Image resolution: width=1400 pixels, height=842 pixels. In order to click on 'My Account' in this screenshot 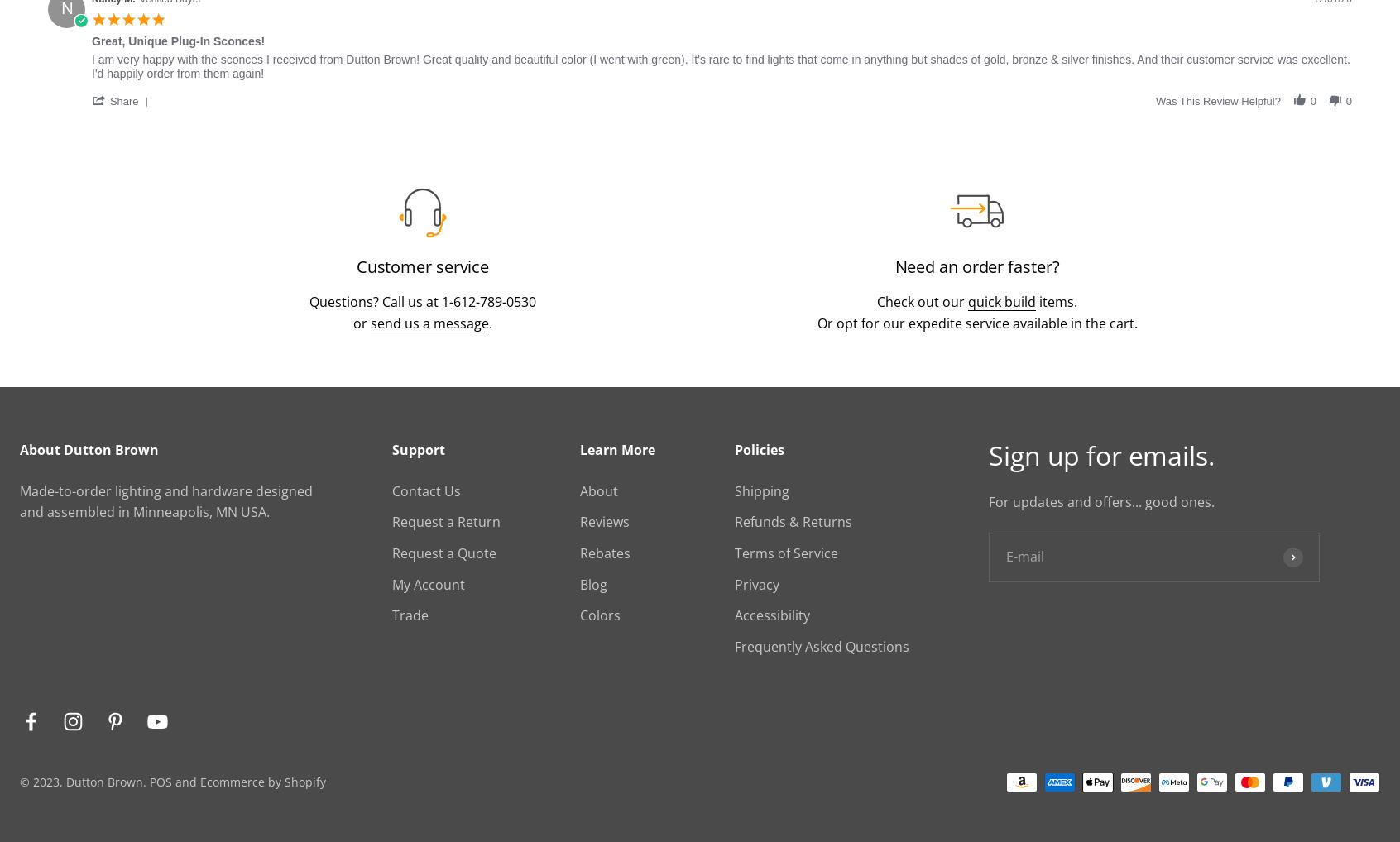, I will do `click(391, 583)`.